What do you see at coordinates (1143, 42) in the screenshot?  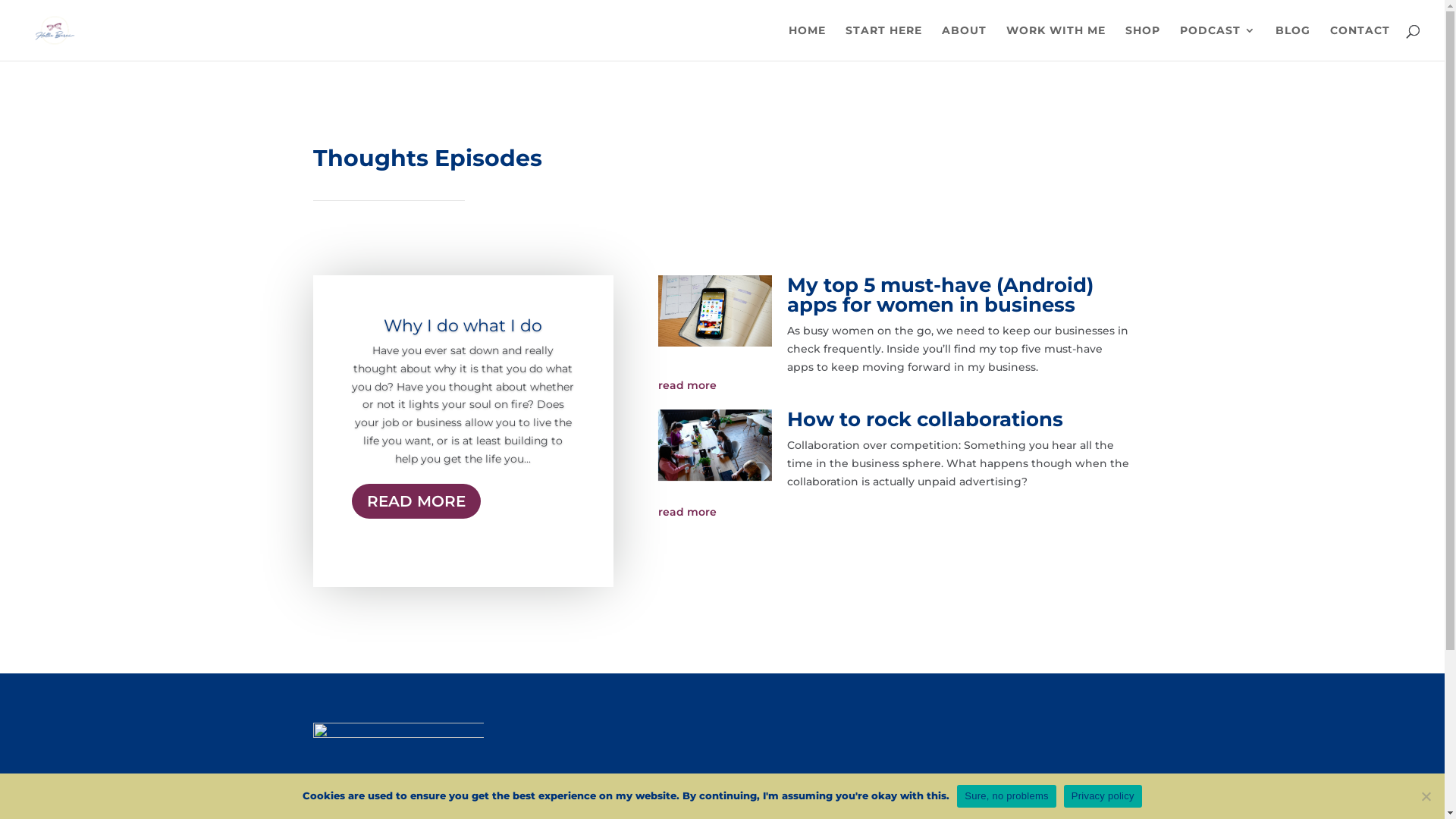 I see `'SHOP'` at bounding box center [1143, 42].